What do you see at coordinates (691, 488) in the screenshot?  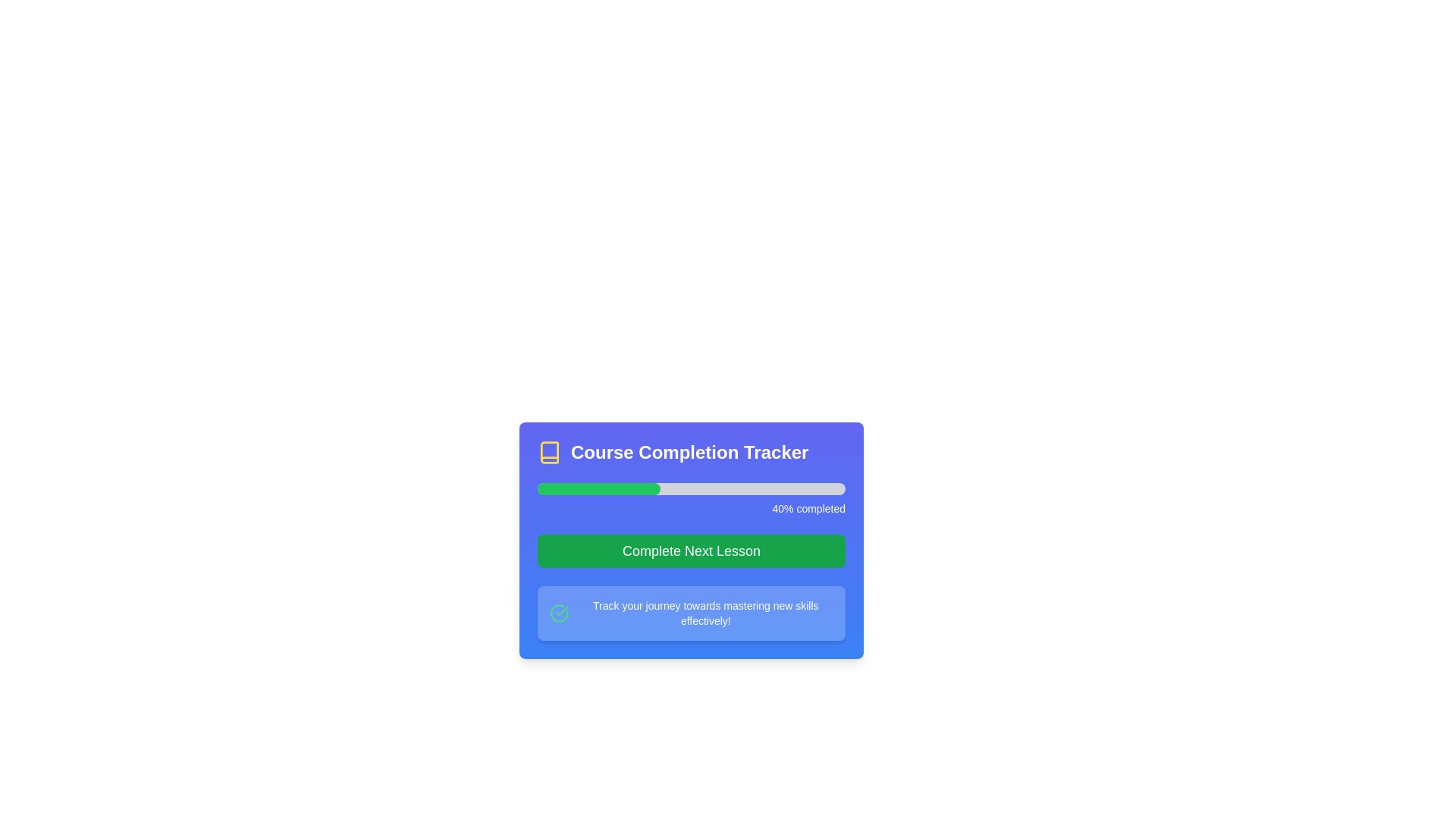 I see `the horizontal progress bar with rounded ends, which has a gray background and a green-filled section indicating 40% completion, located under the 'Course Completion Tracker' title` at bounding box center [691, 488].